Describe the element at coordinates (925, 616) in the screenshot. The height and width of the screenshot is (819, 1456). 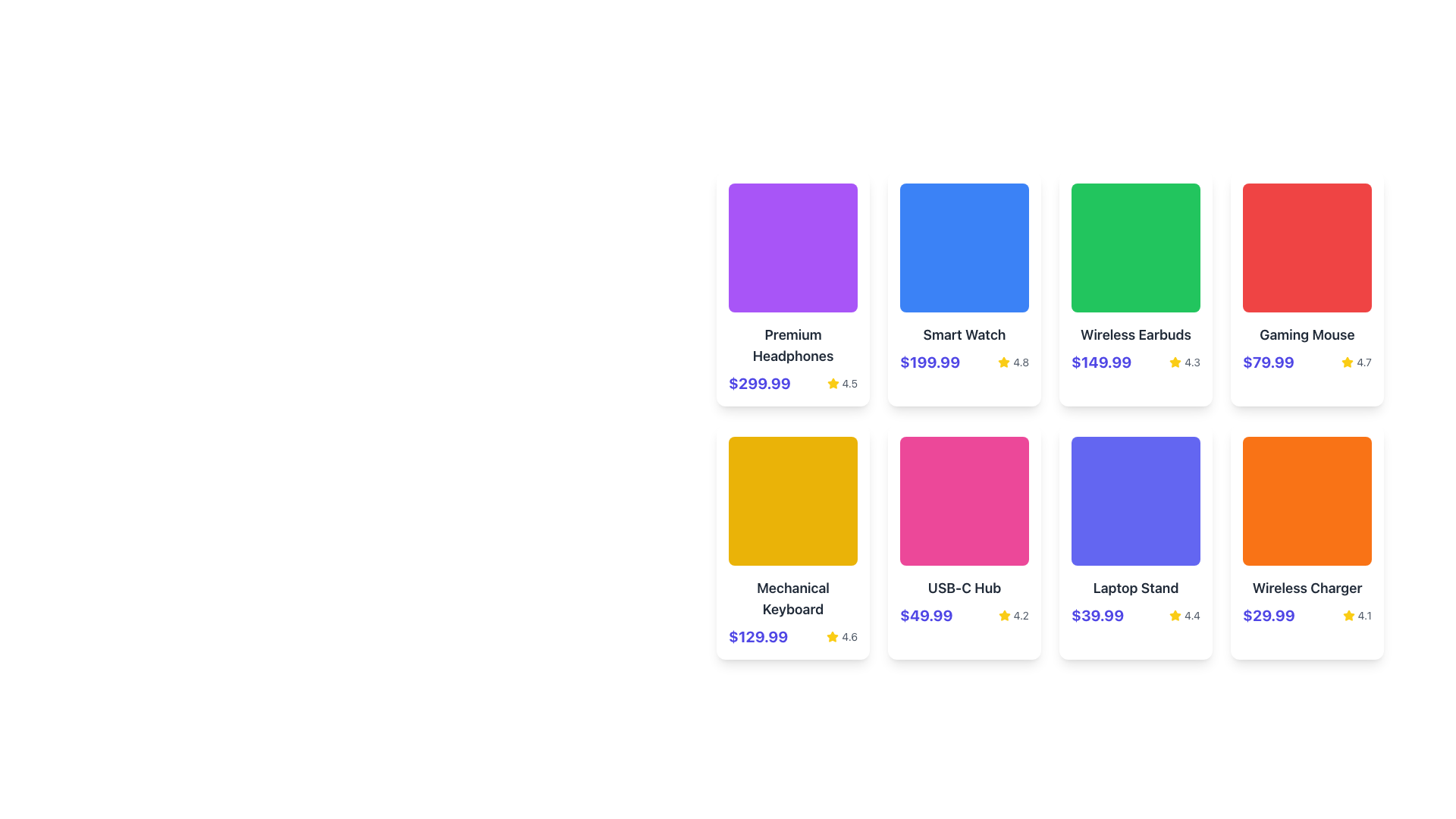
I see `the text label displaying the product price located at the bottom-left of the product card` at that location.